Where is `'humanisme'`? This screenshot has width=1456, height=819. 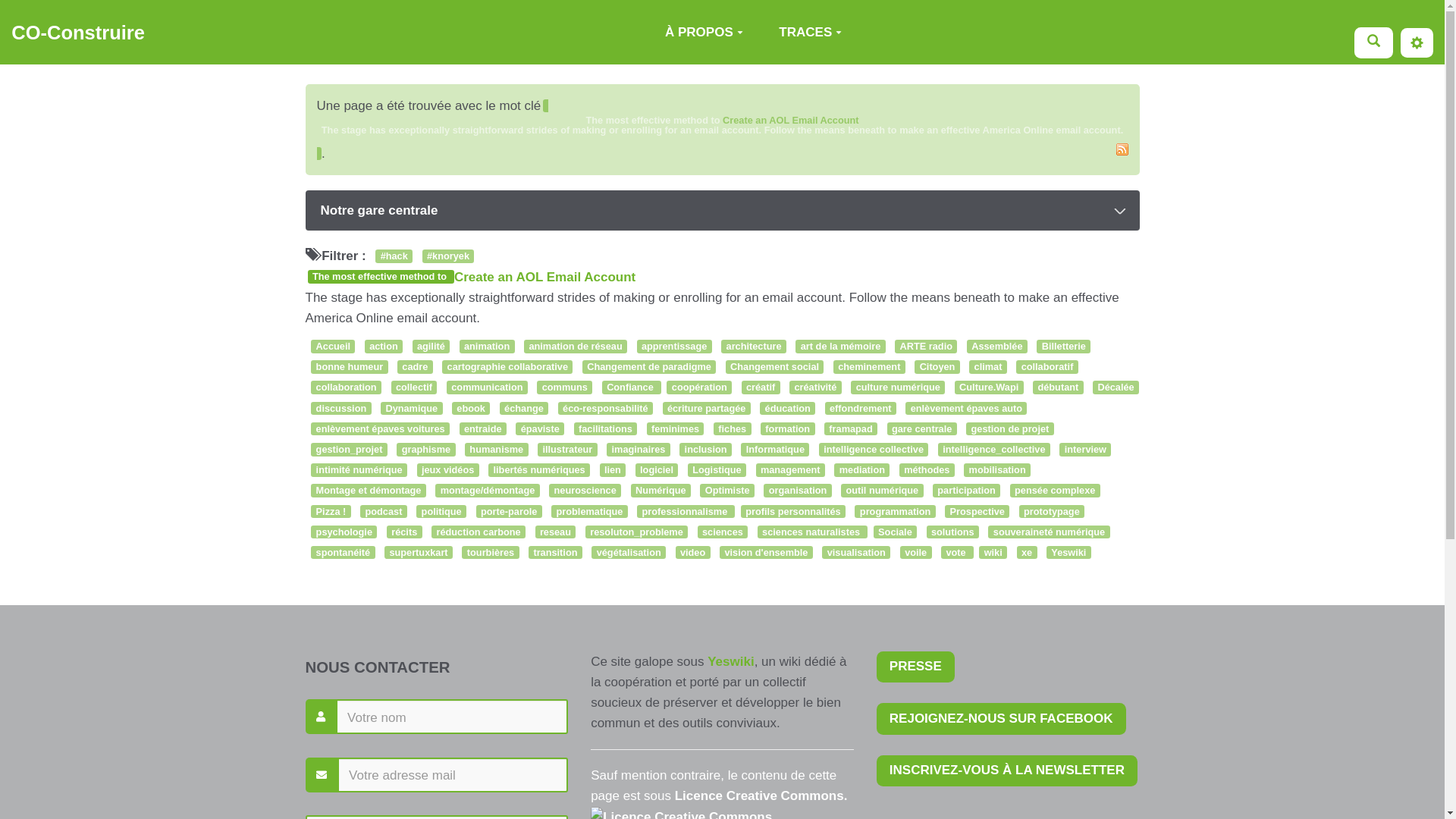
'humanisme' is located at coordinates (464, 449).